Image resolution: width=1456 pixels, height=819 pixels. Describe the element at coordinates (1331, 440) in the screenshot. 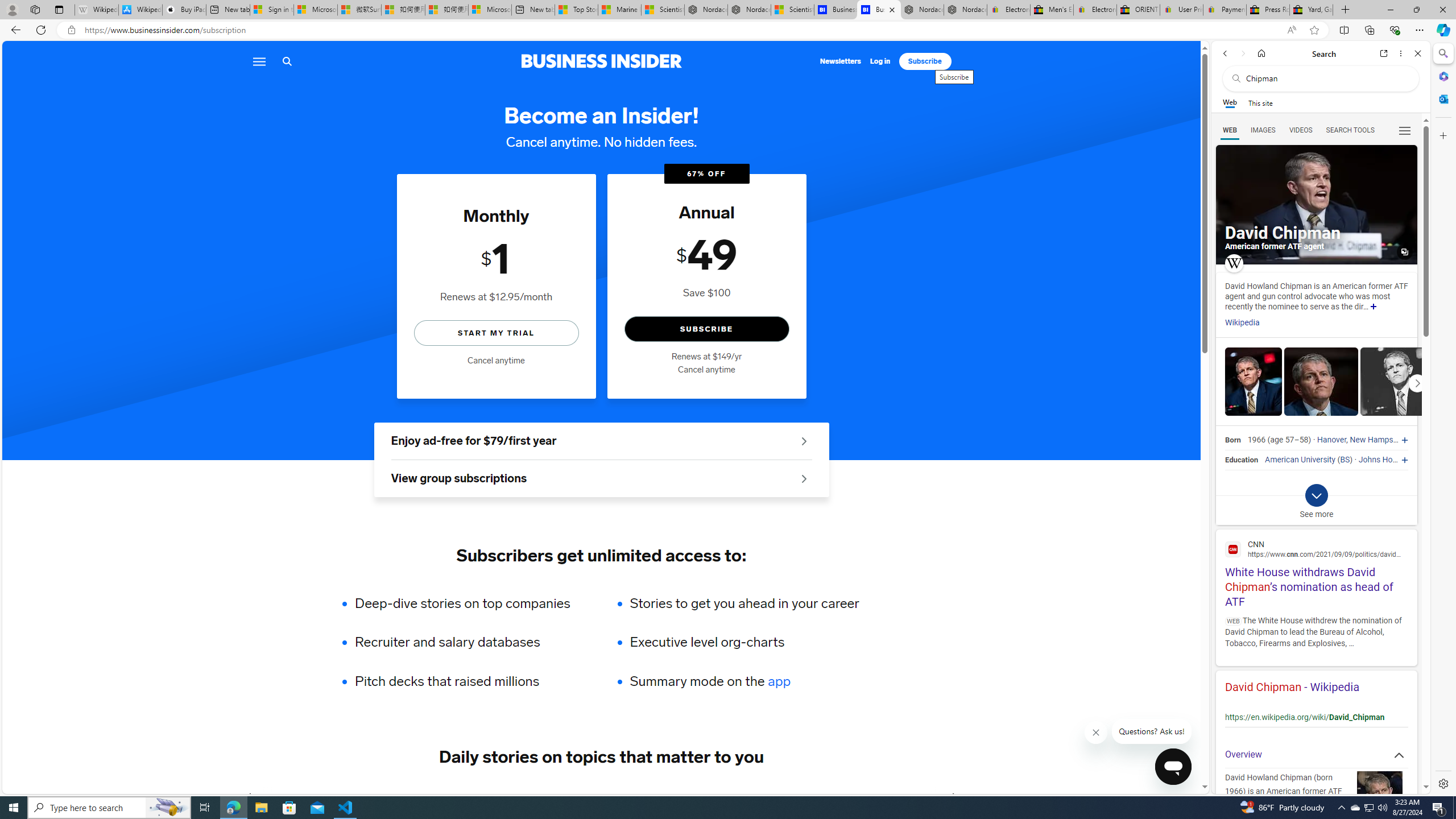

I see `'Hanover'` at that location.